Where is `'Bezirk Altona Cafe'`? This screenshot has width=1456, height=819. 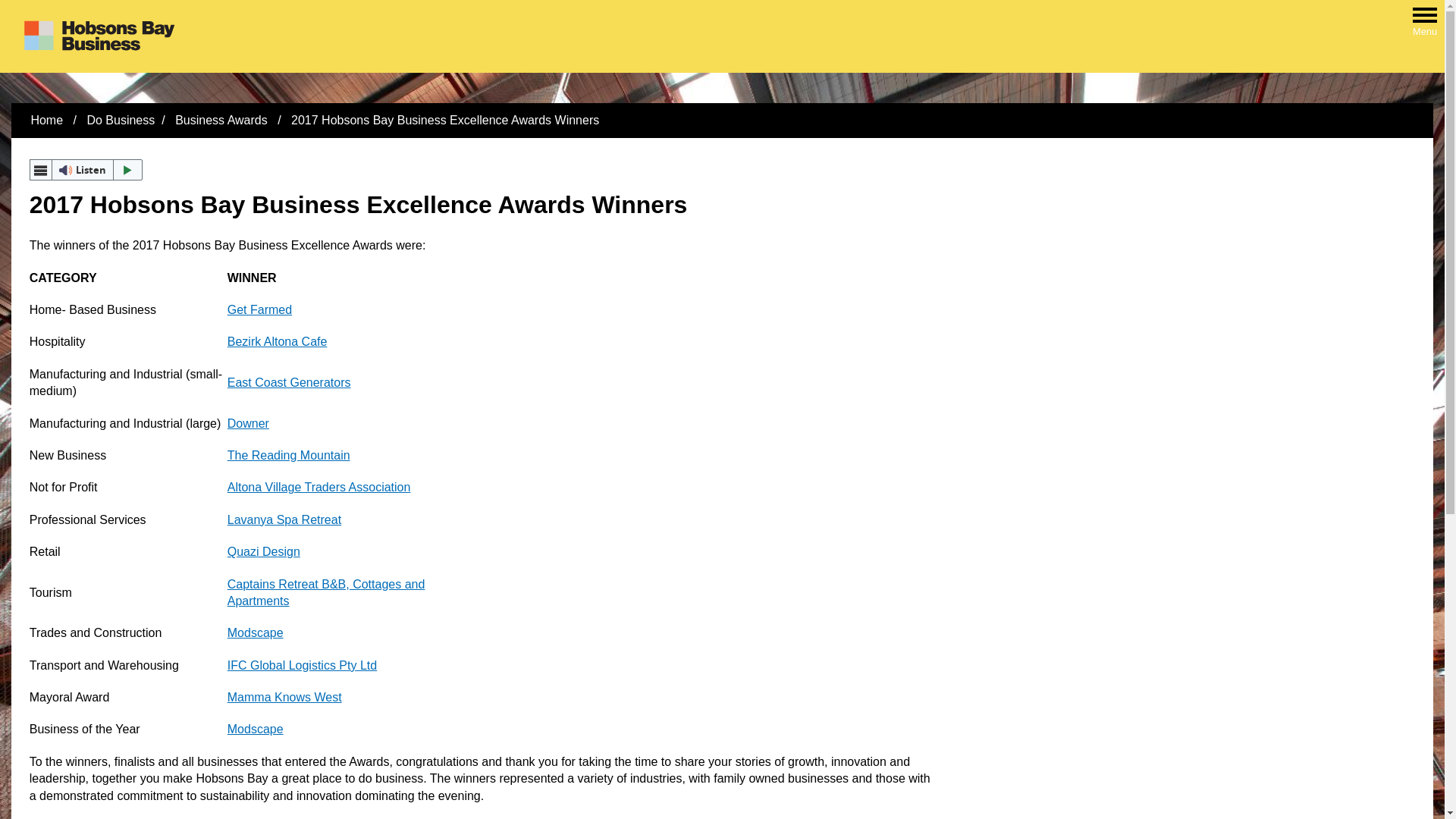 'Bezirk Altona Cafe' is located at coordinates (226, 341).